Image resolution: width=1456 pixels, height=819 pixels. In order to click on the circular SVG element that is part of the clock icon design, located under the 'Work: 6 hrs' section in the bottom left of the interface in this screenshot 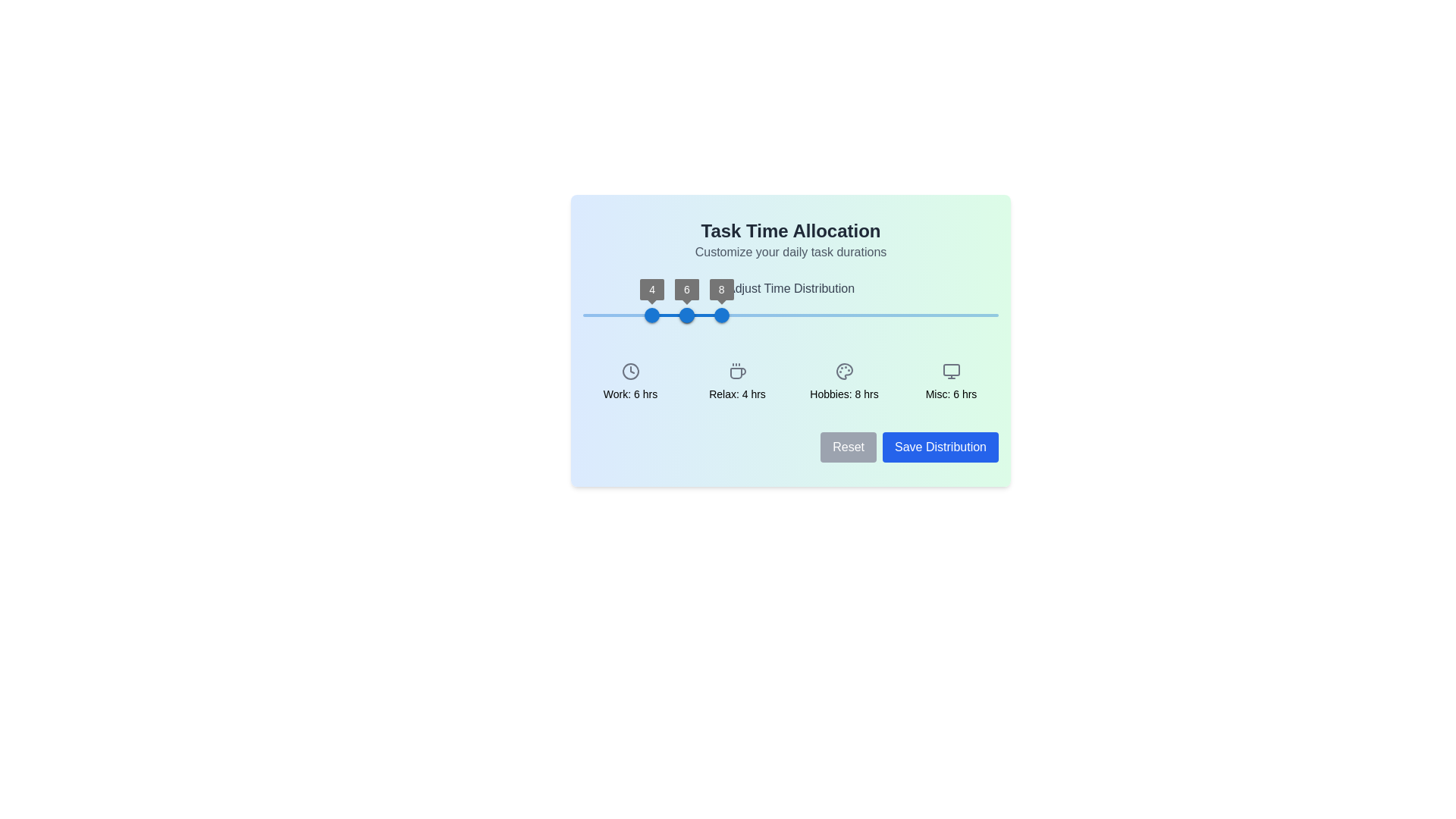, I will do `click(630, 371)`.